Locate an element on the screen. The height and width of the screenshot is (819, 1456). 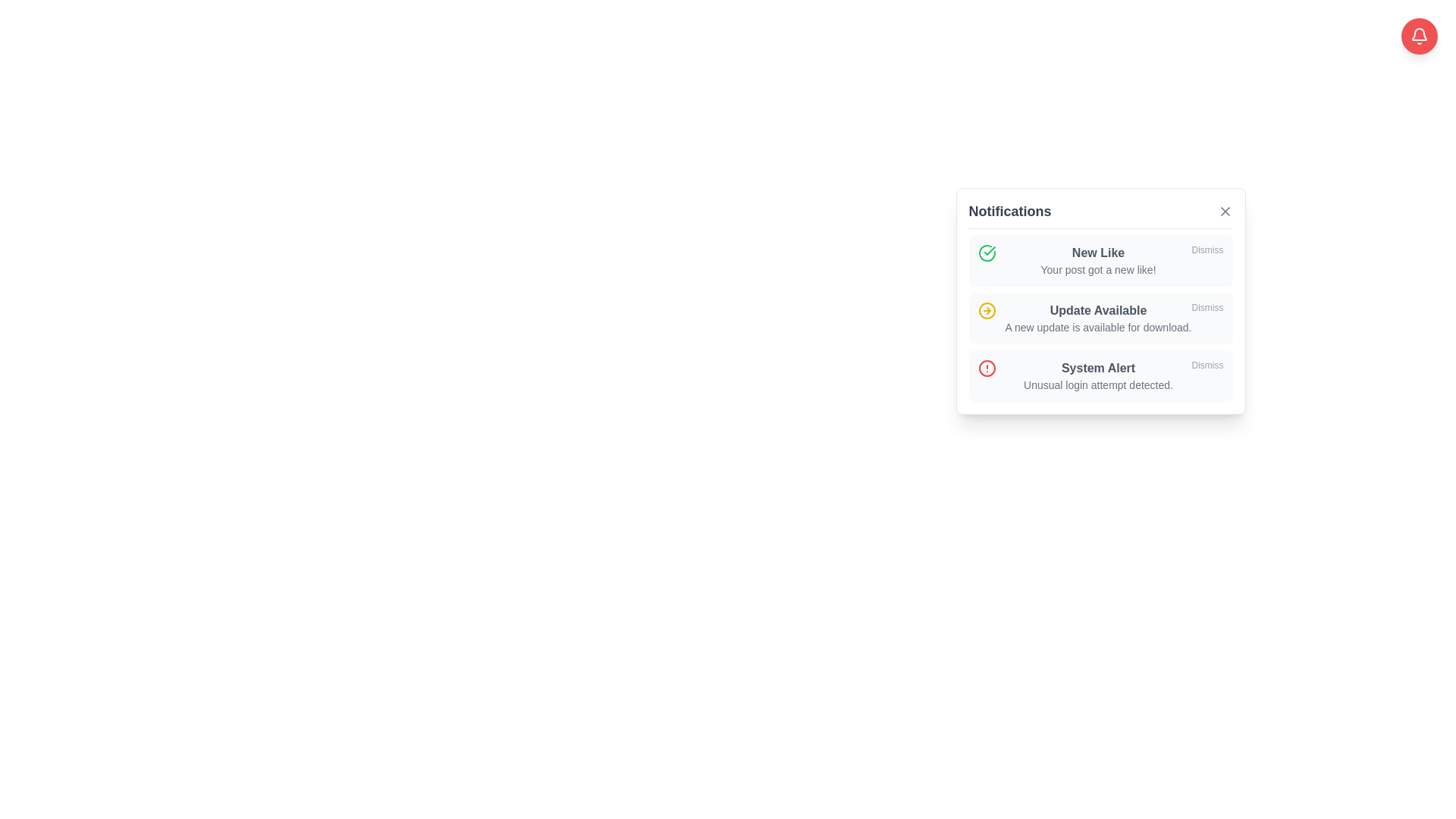
the text element reading 'A new update is available for download.' located below the bold text 'Update Available' in the notifications list is located at coordinates (1098, 327).